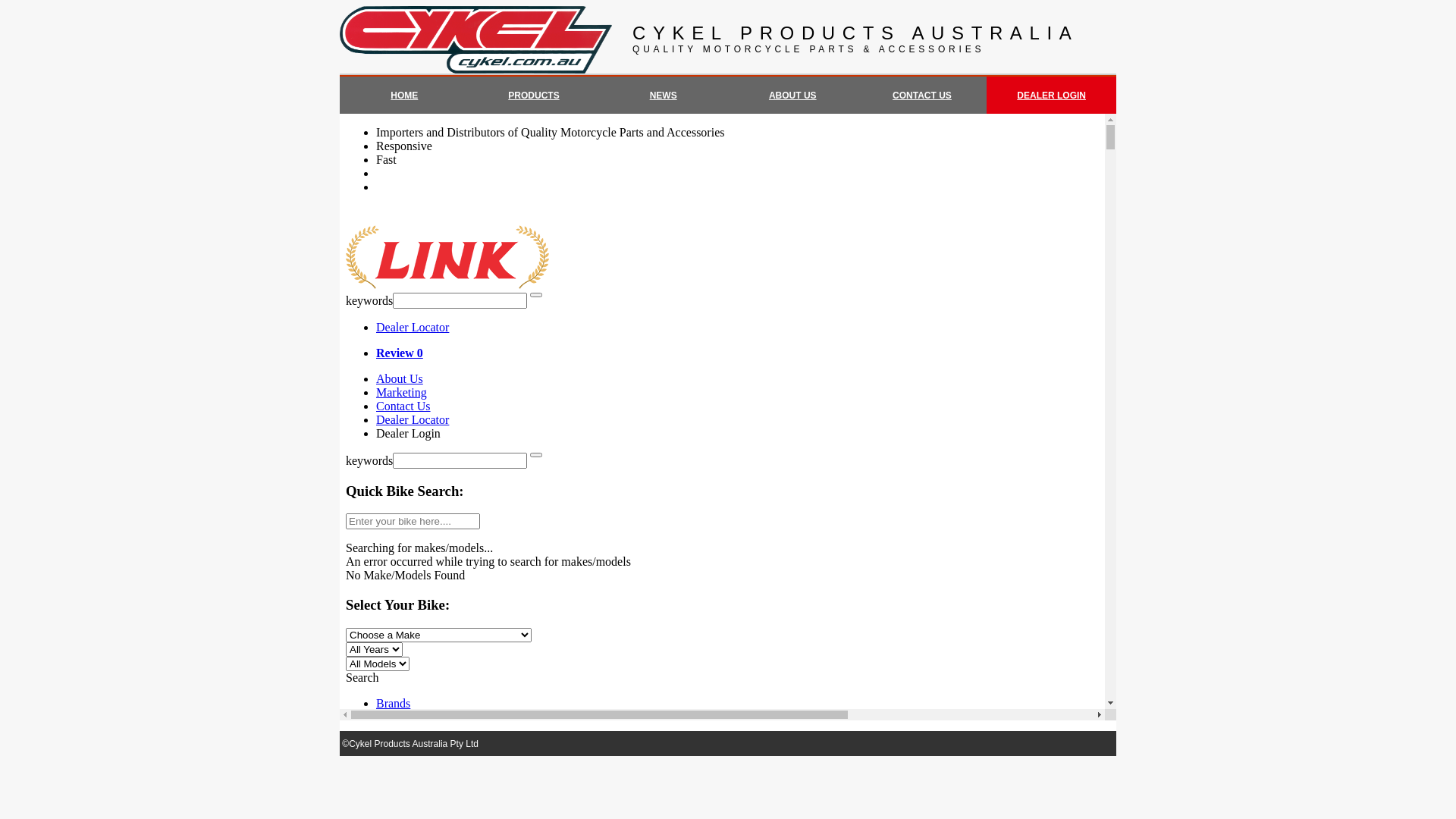 This screenshot has width=1456, height=819. I want to click on 'CONTACT US', so click(892, 94).